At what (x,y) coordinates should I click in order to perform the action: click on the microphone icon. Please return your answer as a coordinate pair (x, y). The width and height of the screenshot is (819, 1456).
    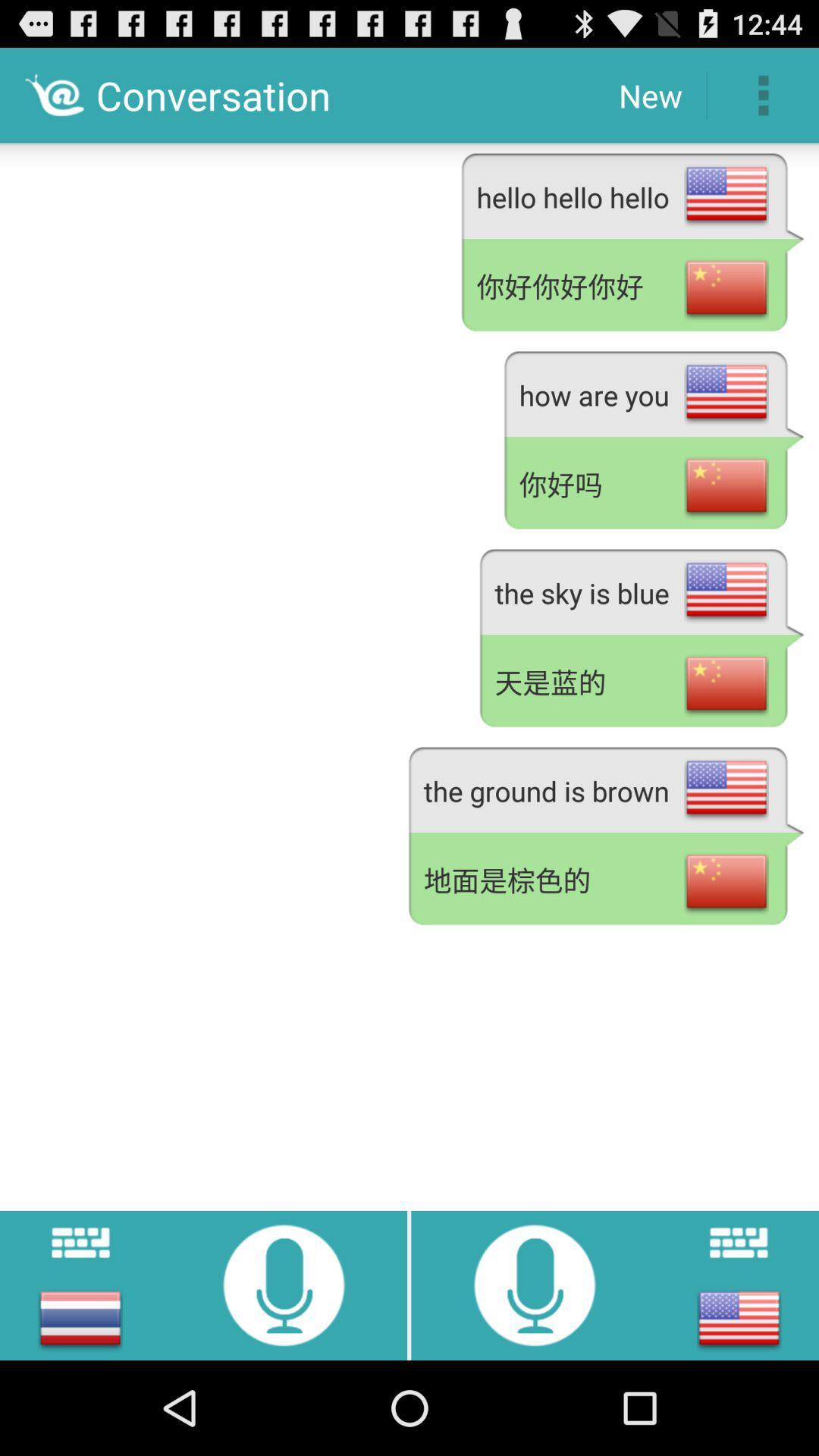
    Looking at the image, I should click on (534, 1376).